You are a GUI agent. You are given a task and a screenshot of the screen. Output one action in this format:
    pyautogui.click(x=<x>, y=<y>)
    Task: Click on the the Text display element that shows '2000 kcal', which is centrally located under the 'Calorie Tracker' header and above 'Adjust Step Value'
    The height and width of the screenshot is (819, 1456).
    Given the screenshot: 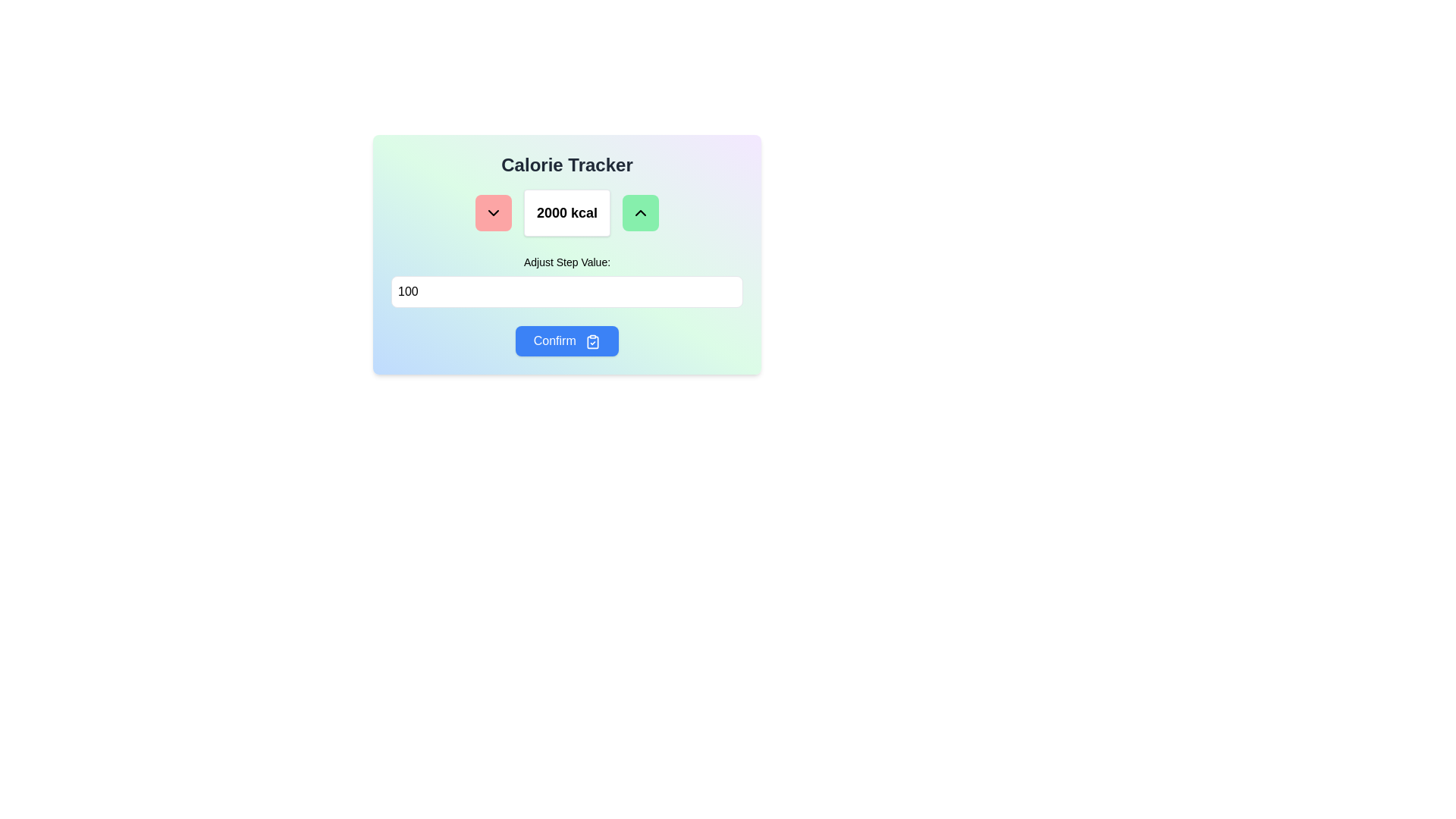 What is the action you would take?
    pyautogui.click(x=566, y=213)
    